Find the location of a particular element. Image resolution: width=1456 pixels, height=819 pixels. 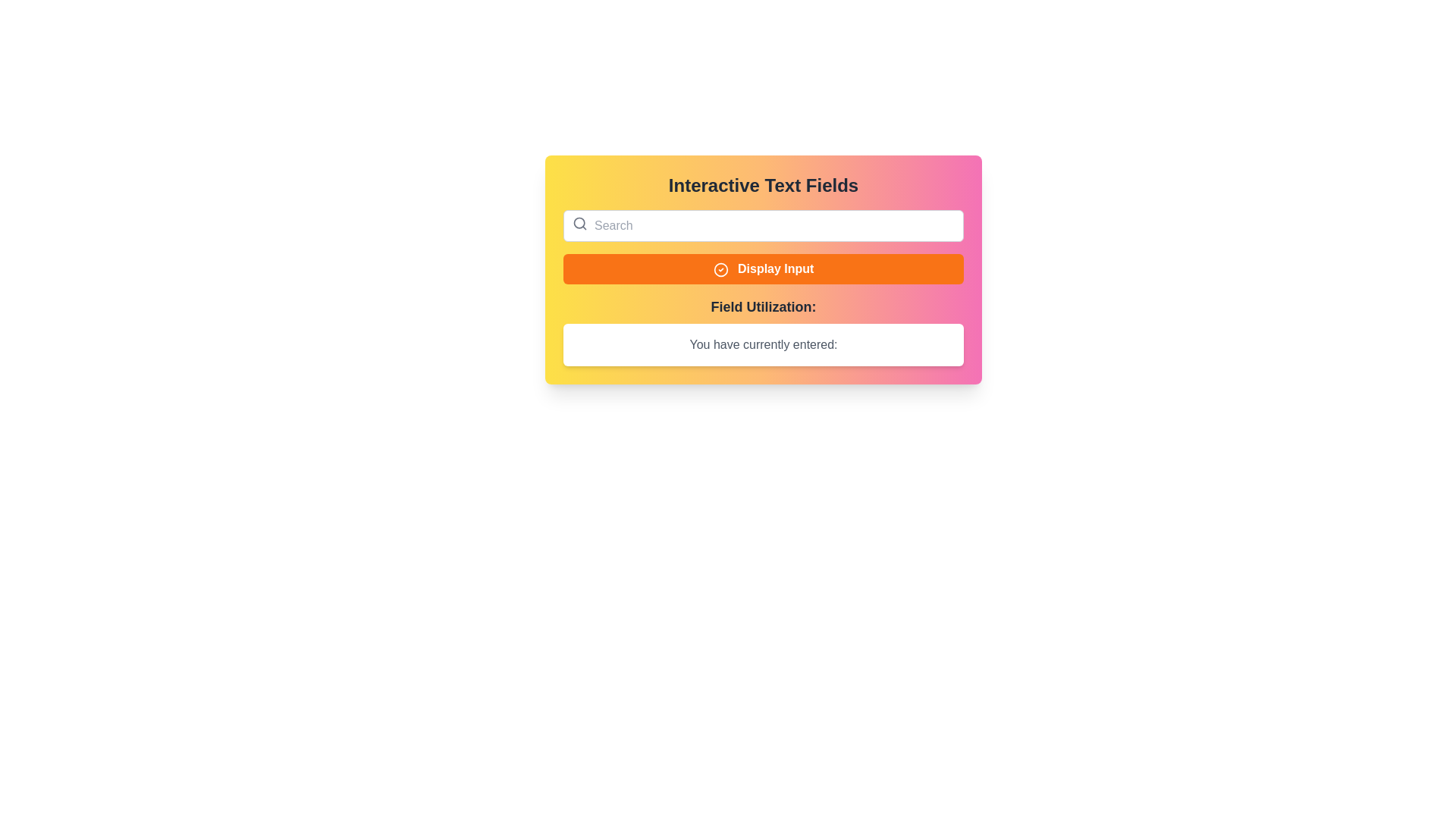

the circular graphical icon component within the magnifying glass icon, which is located to the left of the search input field is located at coordinates (579, 223).